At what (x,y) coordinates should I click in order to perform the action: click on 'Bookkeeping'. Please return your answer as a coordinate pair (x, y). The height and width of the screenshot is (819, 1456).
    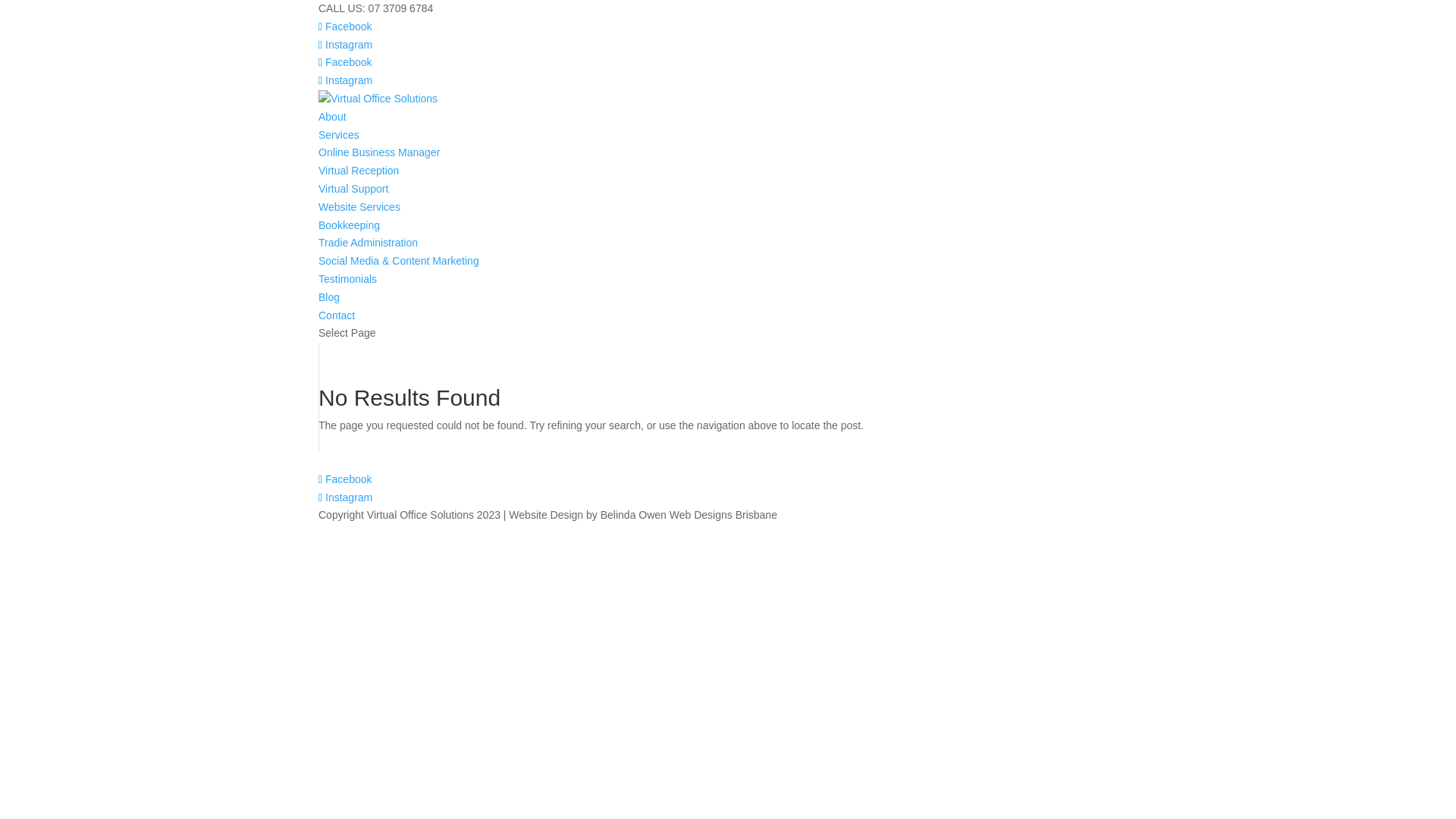
    Looking at the image, I should click on (348, 225).